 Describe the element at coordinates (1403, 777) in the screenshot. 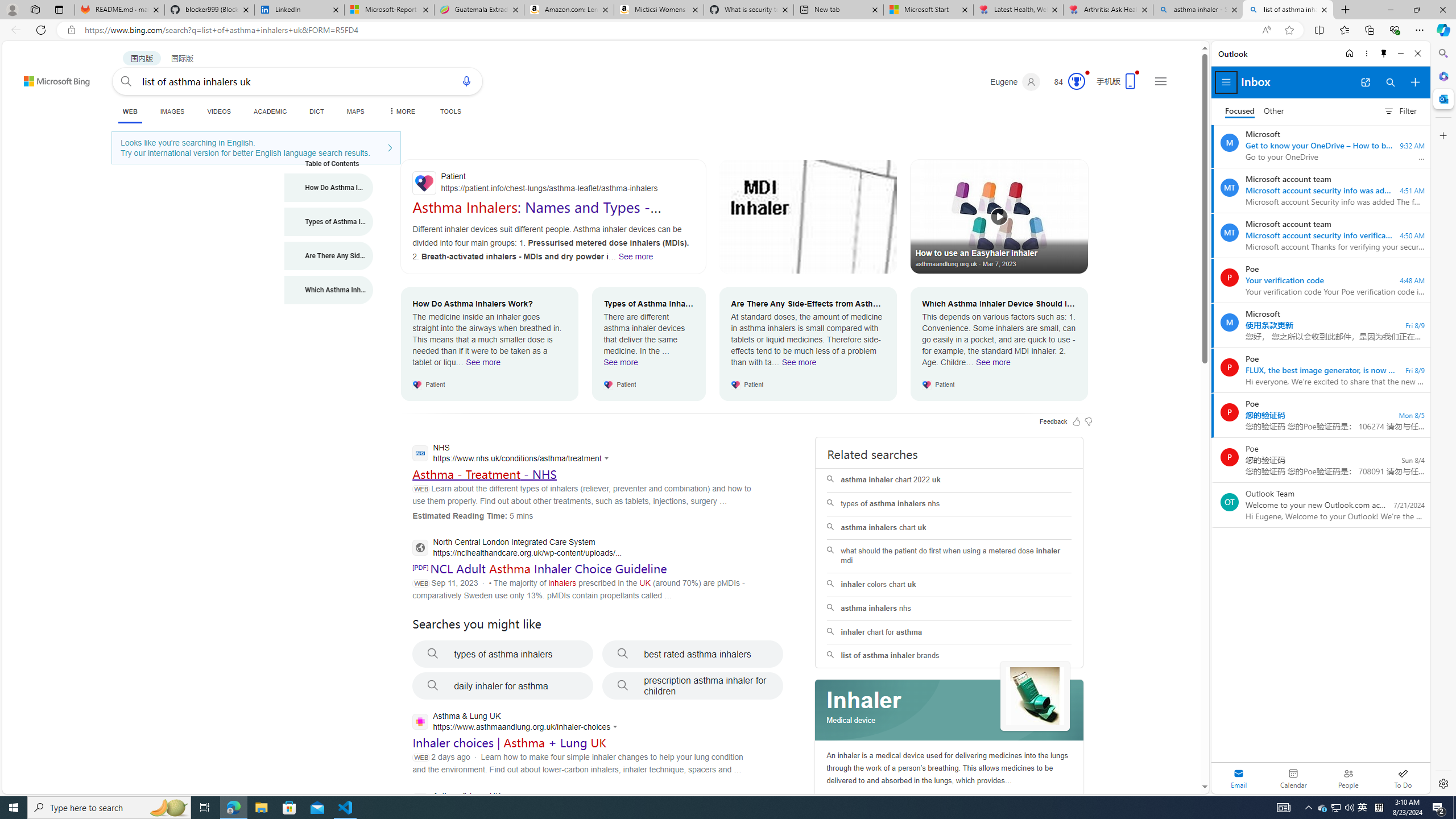

I see `'To Do'` at that location.